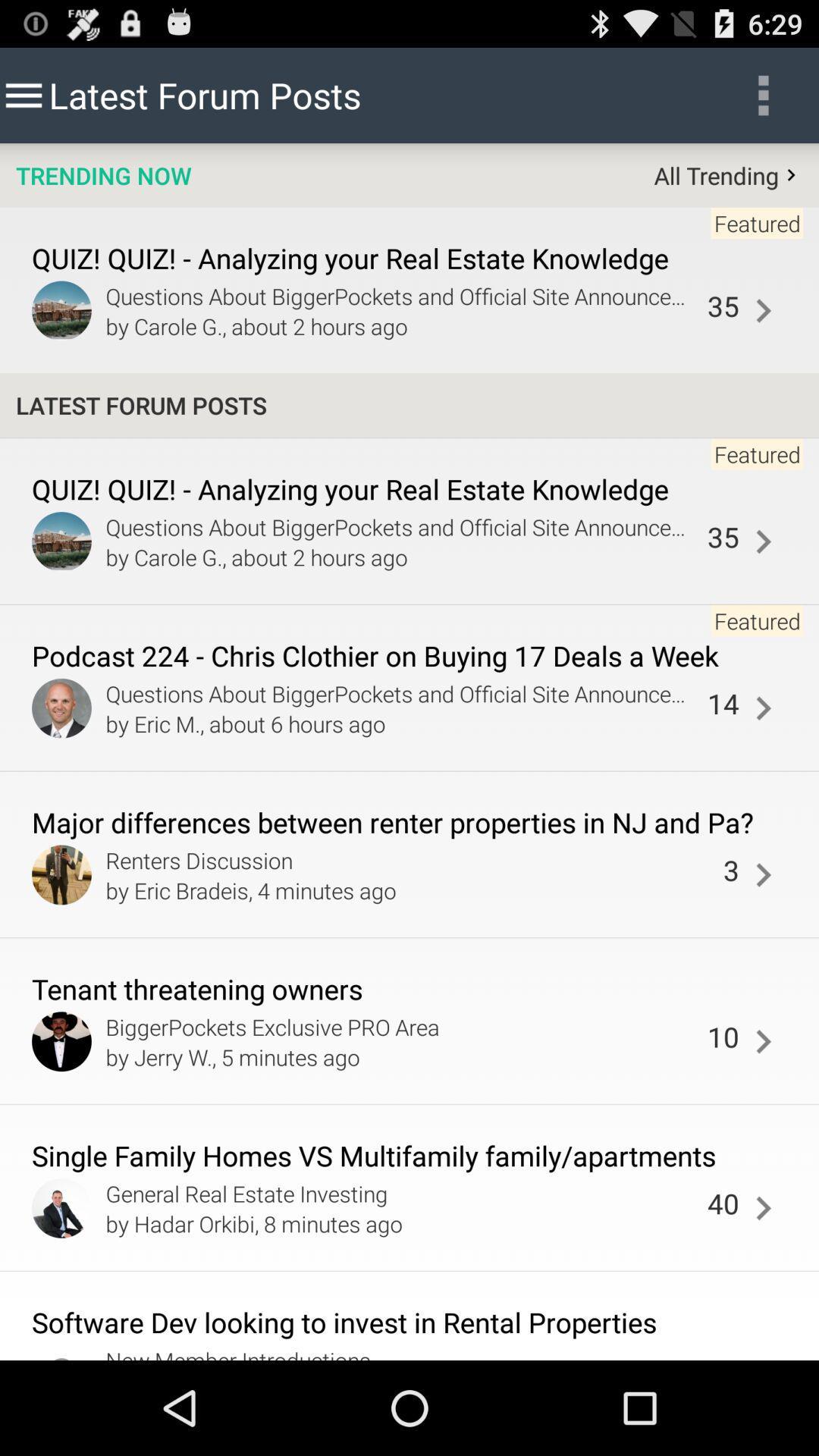 This screenshot has height=1456, width=819. What do you see at coordinates (722, 702) in the screenshot?
I see `app above major differences between icon` at bounding box center [722, 702].